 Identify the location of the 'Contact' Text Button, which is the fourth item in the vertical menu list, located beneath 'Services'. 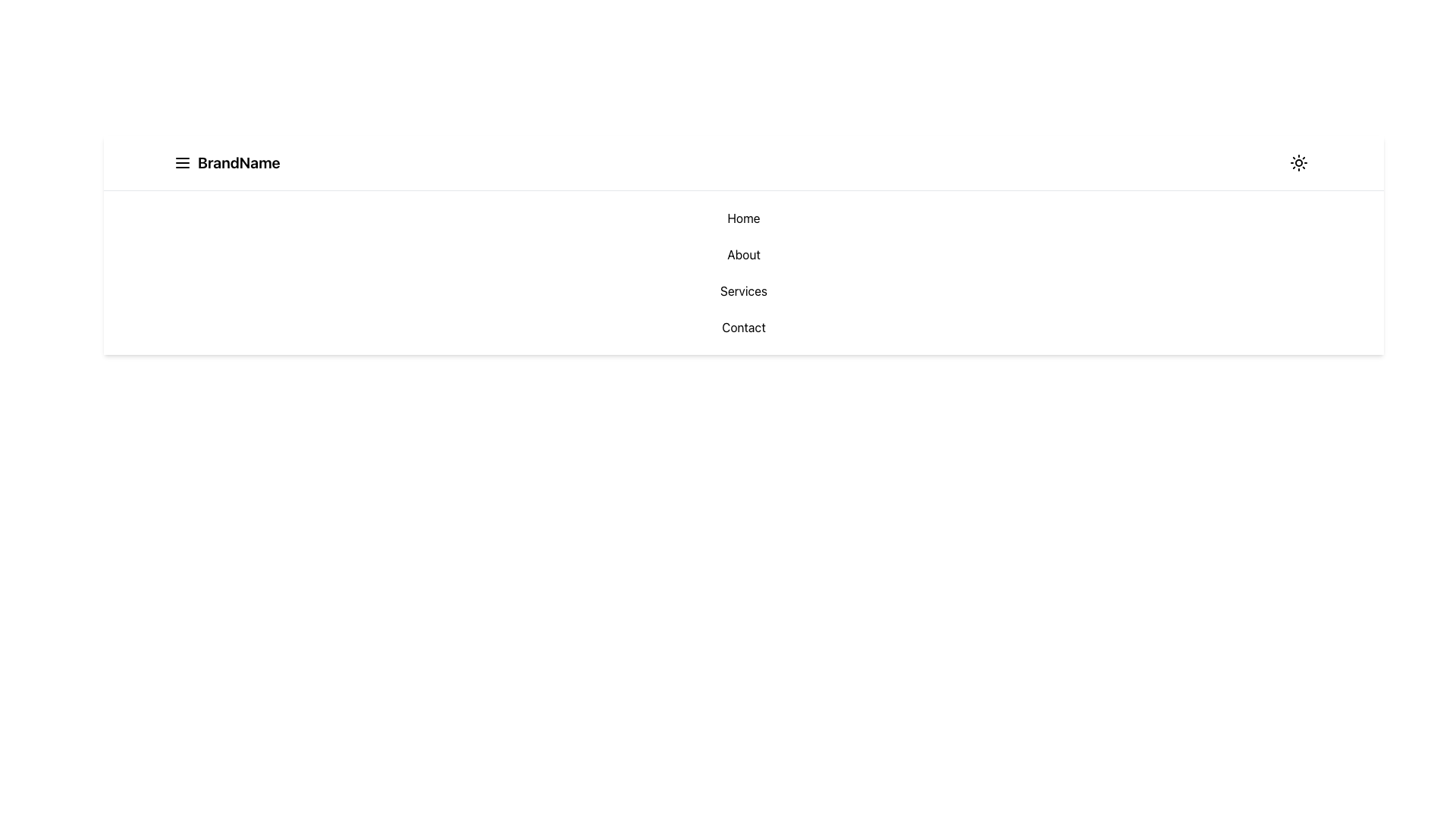
(743, 327).